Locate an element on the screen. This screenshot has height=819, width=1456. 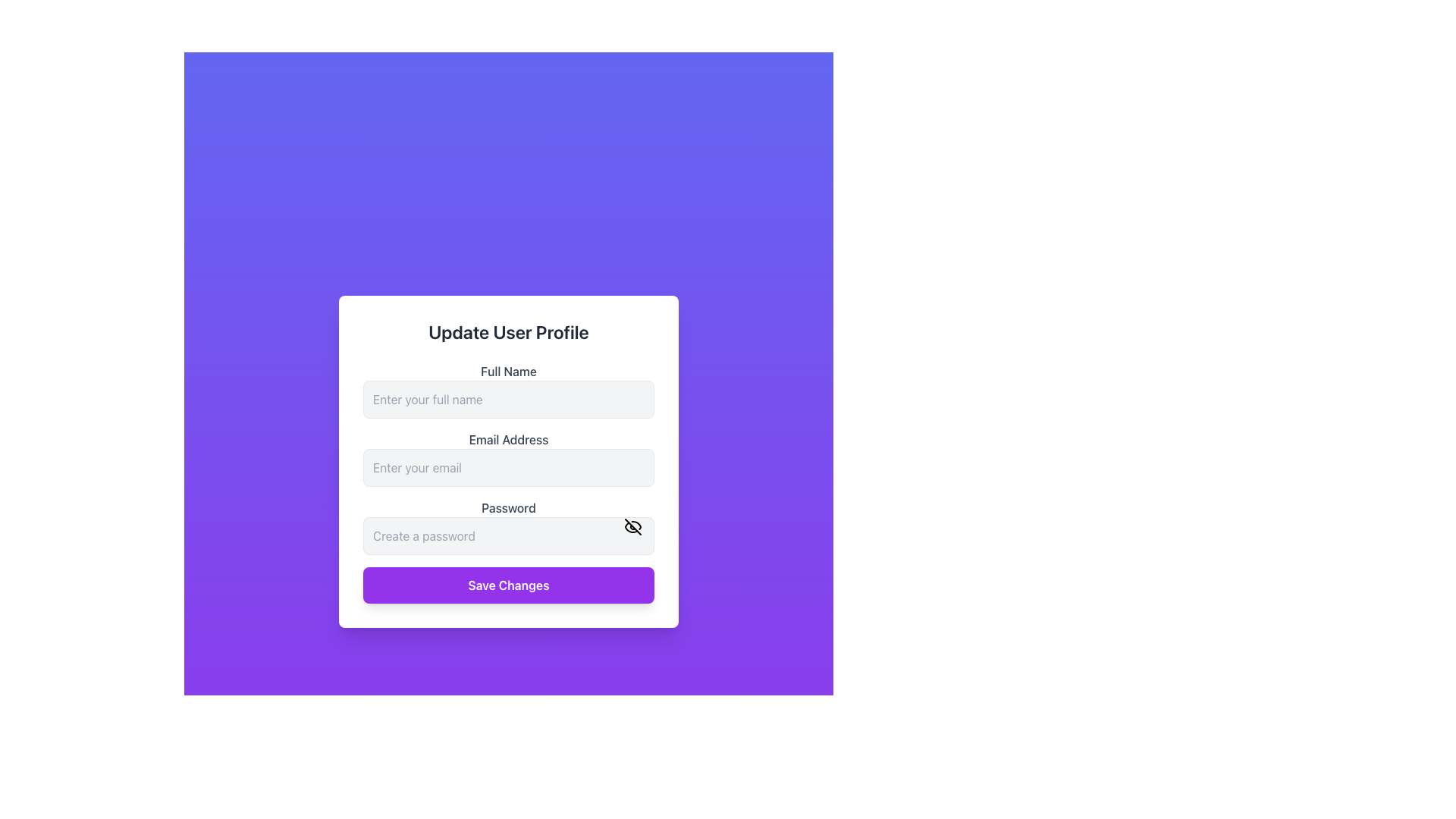
the email input box within the 'Update User Profile' form to focus it is located at coordinates (509, 458).